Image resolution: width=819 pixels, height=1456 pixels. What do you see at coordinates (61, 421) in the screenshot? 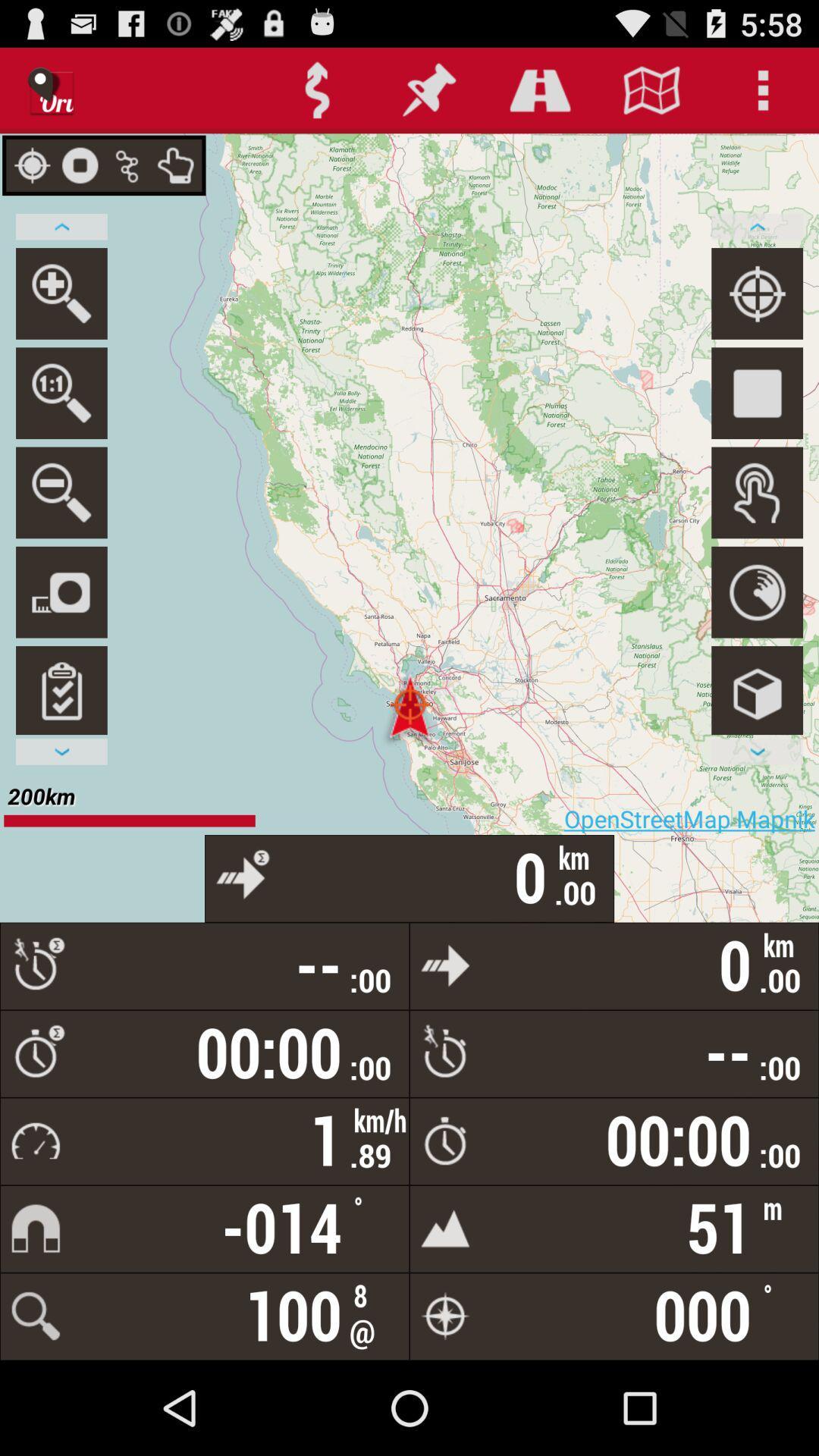
I see `the search icon` at bounding box center [61, 421].